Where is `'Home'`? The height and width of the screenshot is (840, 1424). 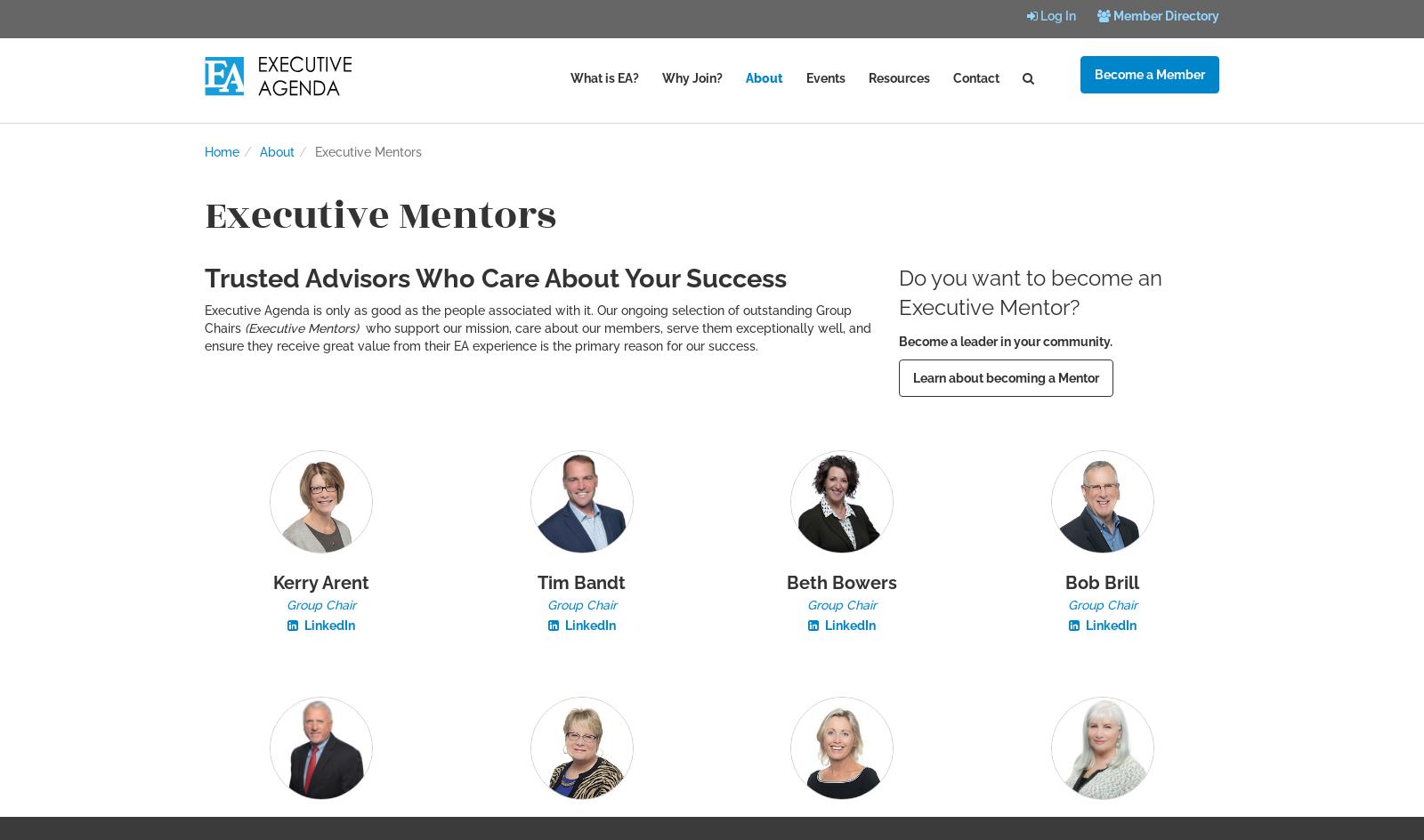
'Home' is located at coordinates (222, 151).